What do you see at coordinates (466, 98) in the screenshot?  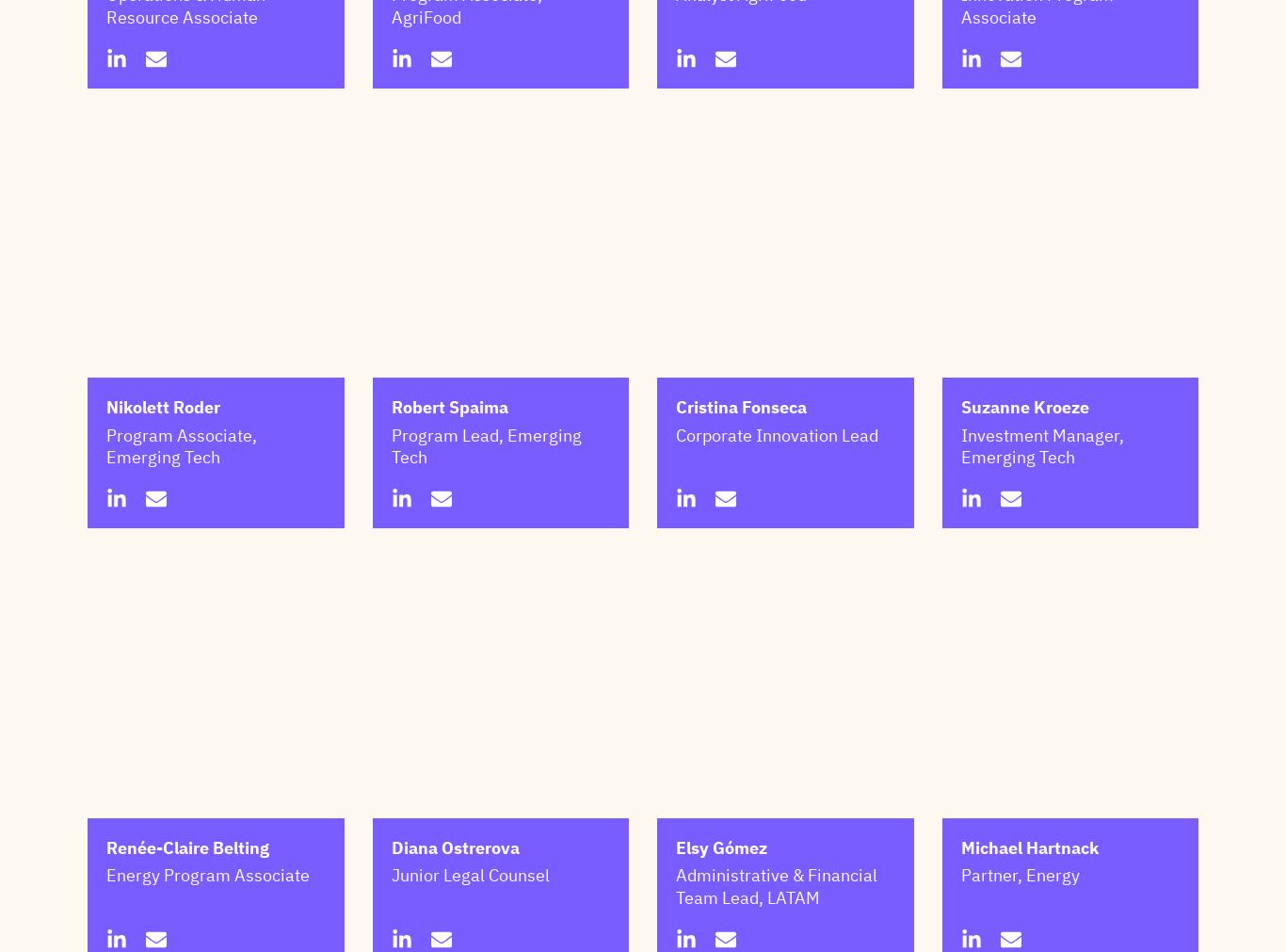 I see `'Program Associate, AgriFood'` at bounding box center [466, 98].